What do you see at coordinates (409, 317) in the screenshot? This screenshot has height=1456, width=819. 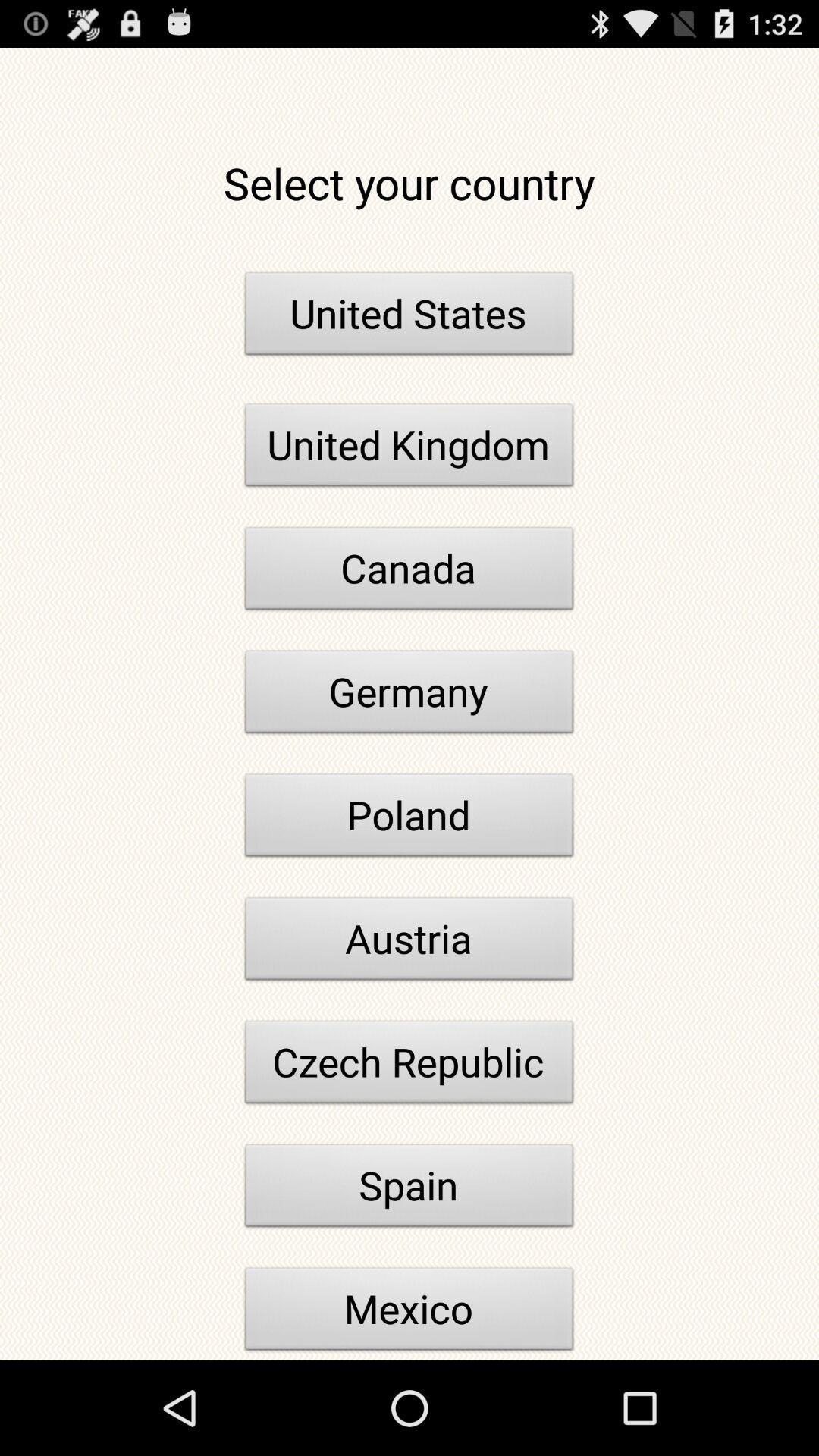 I see `the united states` at bounding box center [409, 317].